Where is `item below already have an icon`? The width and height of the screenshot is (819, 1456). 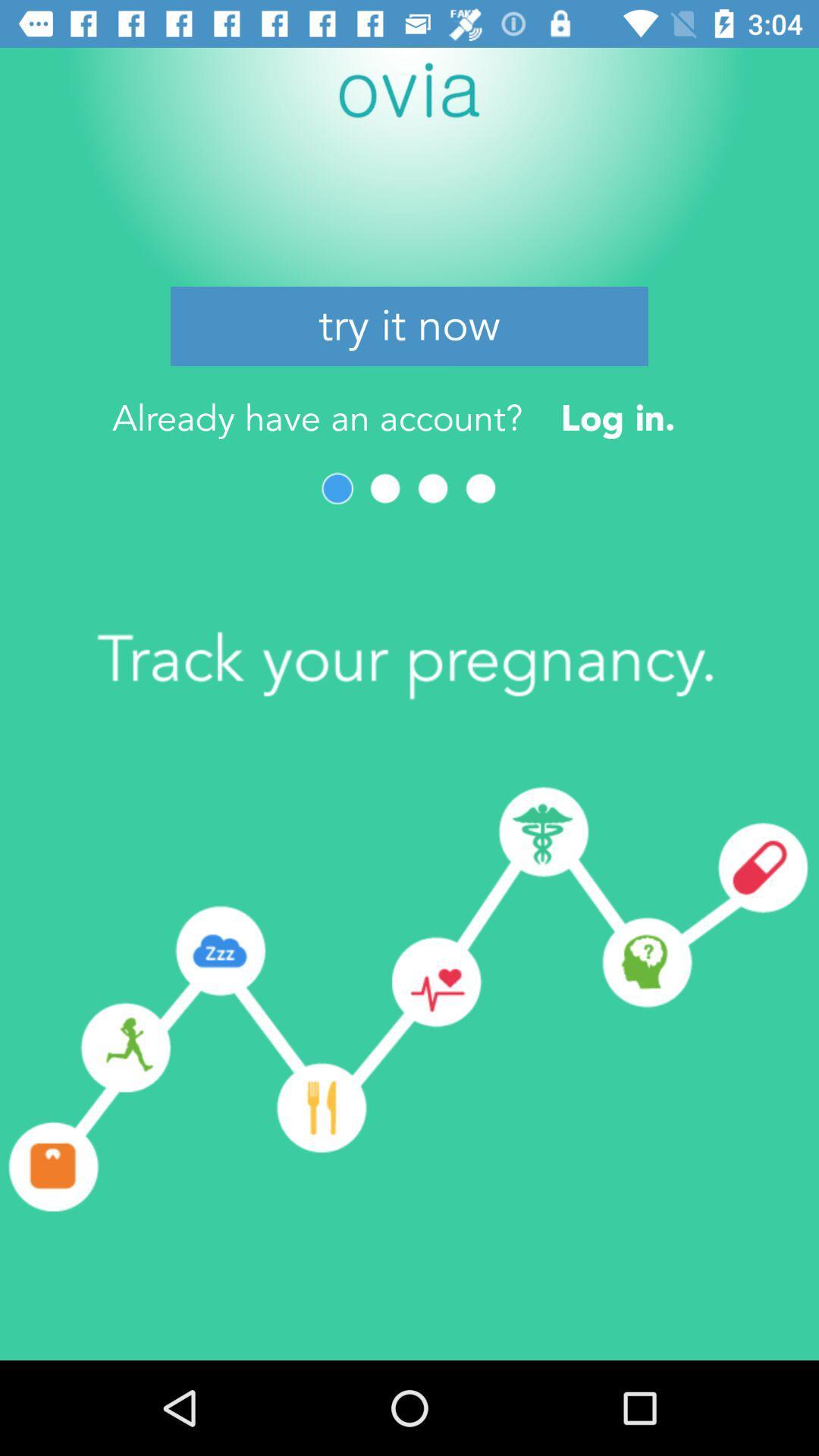 item below already have an icon is located at coordinates (481, 488).